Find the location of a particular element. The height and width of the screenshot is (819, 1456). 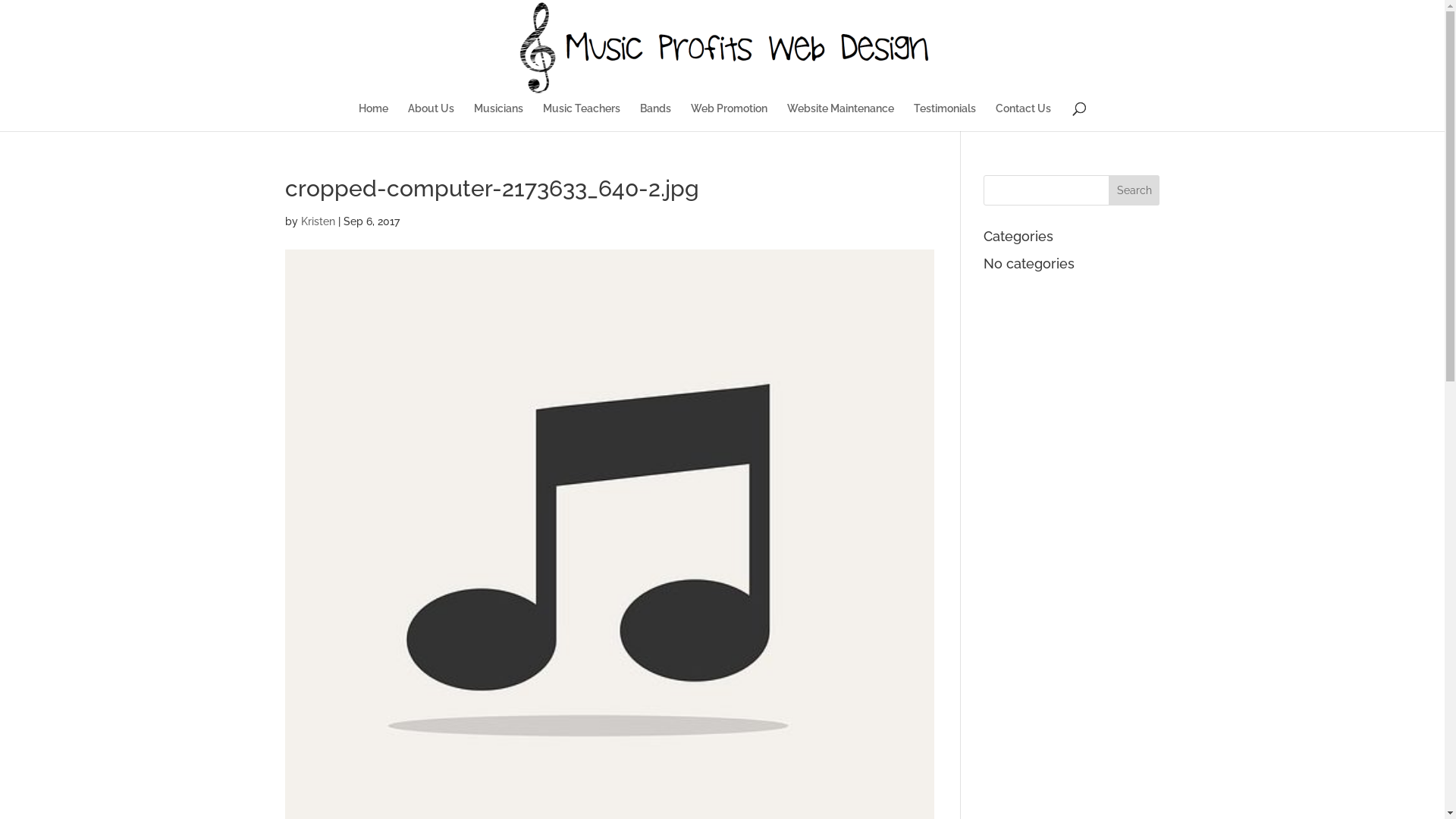

'Musicians' is located at coordinates (472, 116).